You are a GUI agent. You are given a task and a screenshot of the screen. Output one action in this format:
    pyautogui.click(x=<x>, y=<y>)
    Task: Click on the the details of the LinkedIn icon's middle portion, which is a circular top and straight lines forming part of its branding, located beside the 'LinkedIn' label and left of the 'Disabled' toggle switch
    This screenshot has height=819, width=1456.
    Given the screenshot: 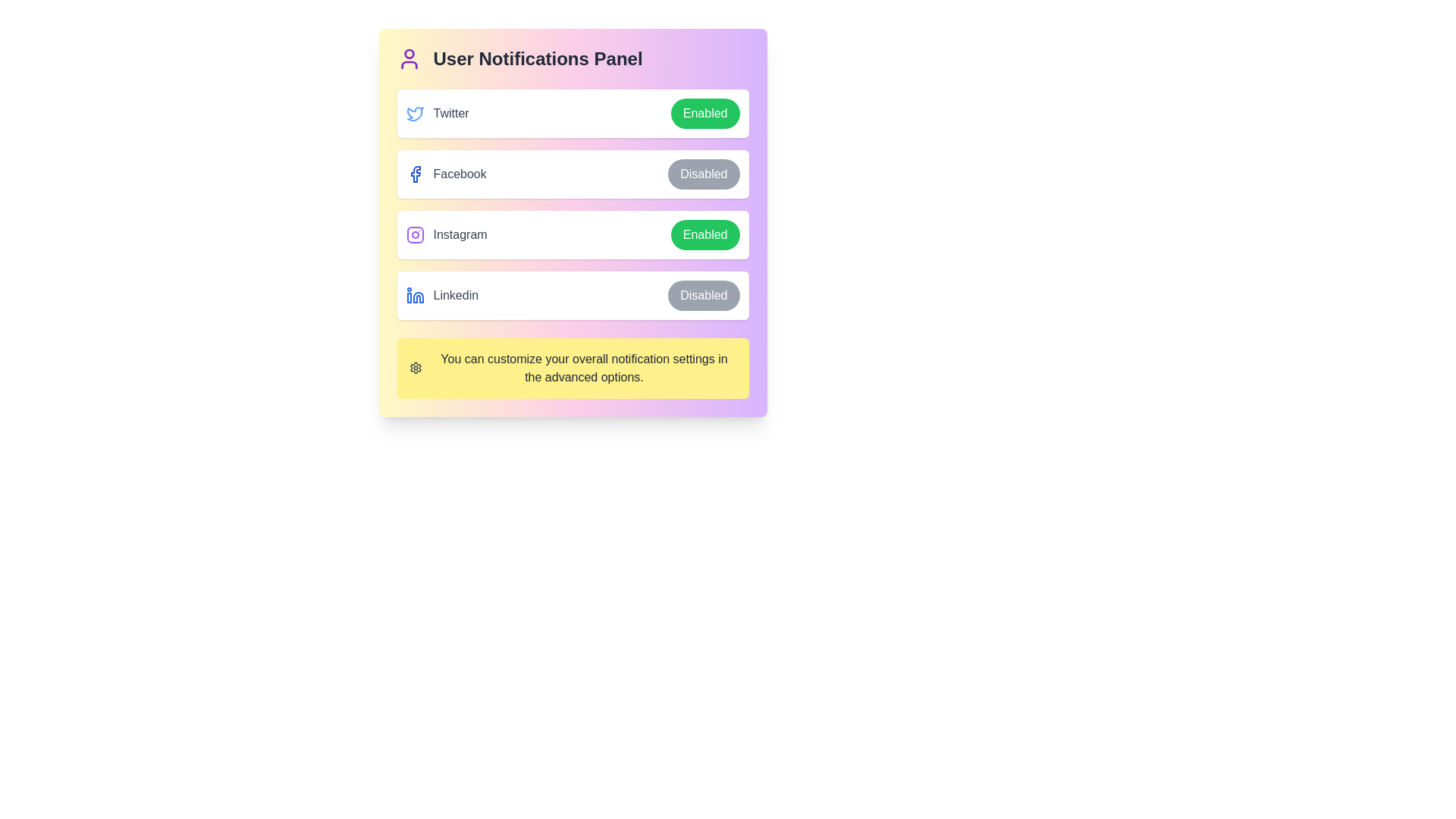 What is the action you would take?
    pyautogui.click(x=418, y=297)
    